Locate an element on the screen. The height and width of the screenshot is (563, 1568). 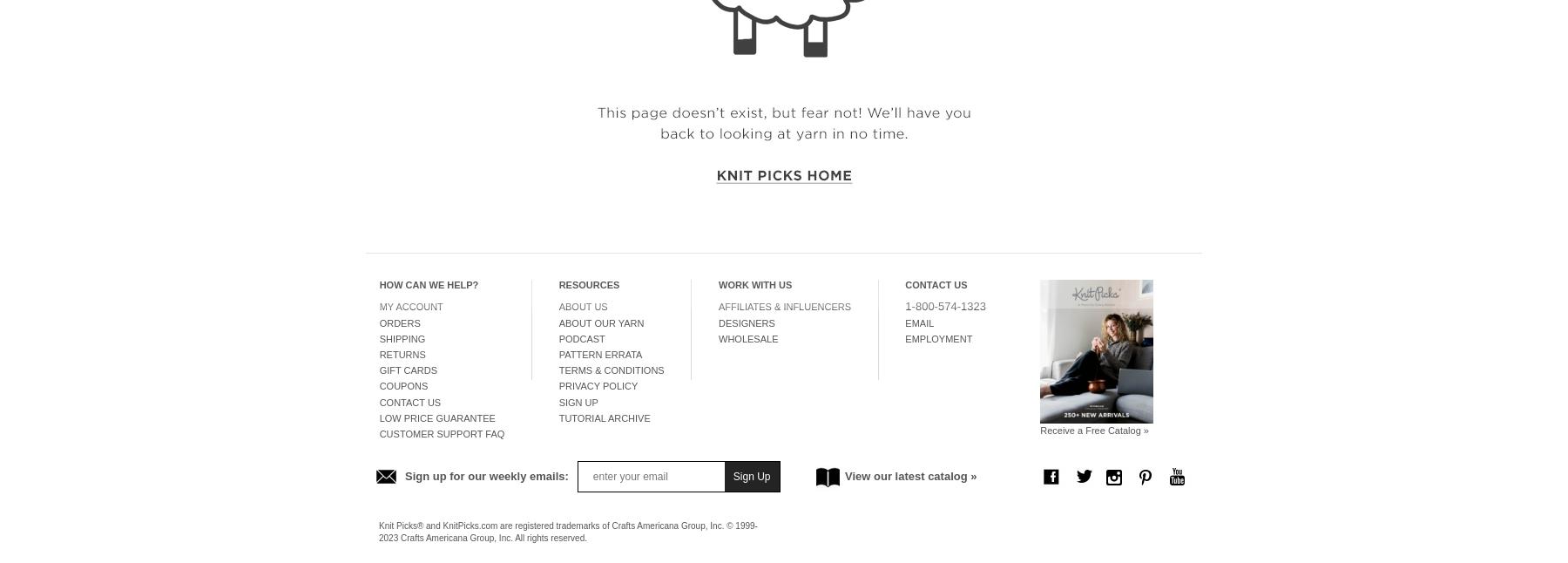
'Work With Us' is located at coordinates (755, 284).